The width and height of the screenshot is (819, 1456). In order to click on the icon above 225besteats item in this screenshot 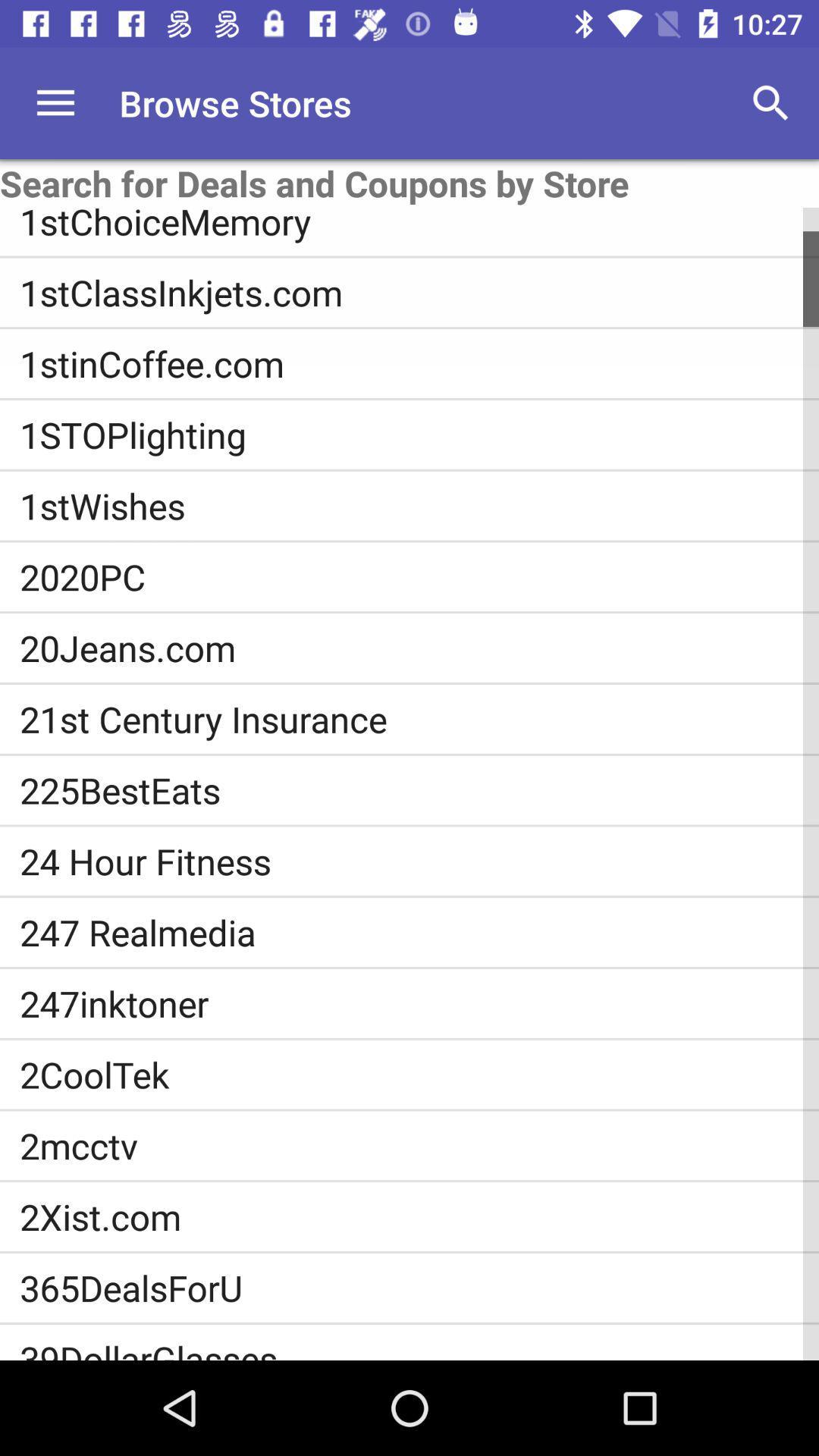, I will do `click(419, 718)`.